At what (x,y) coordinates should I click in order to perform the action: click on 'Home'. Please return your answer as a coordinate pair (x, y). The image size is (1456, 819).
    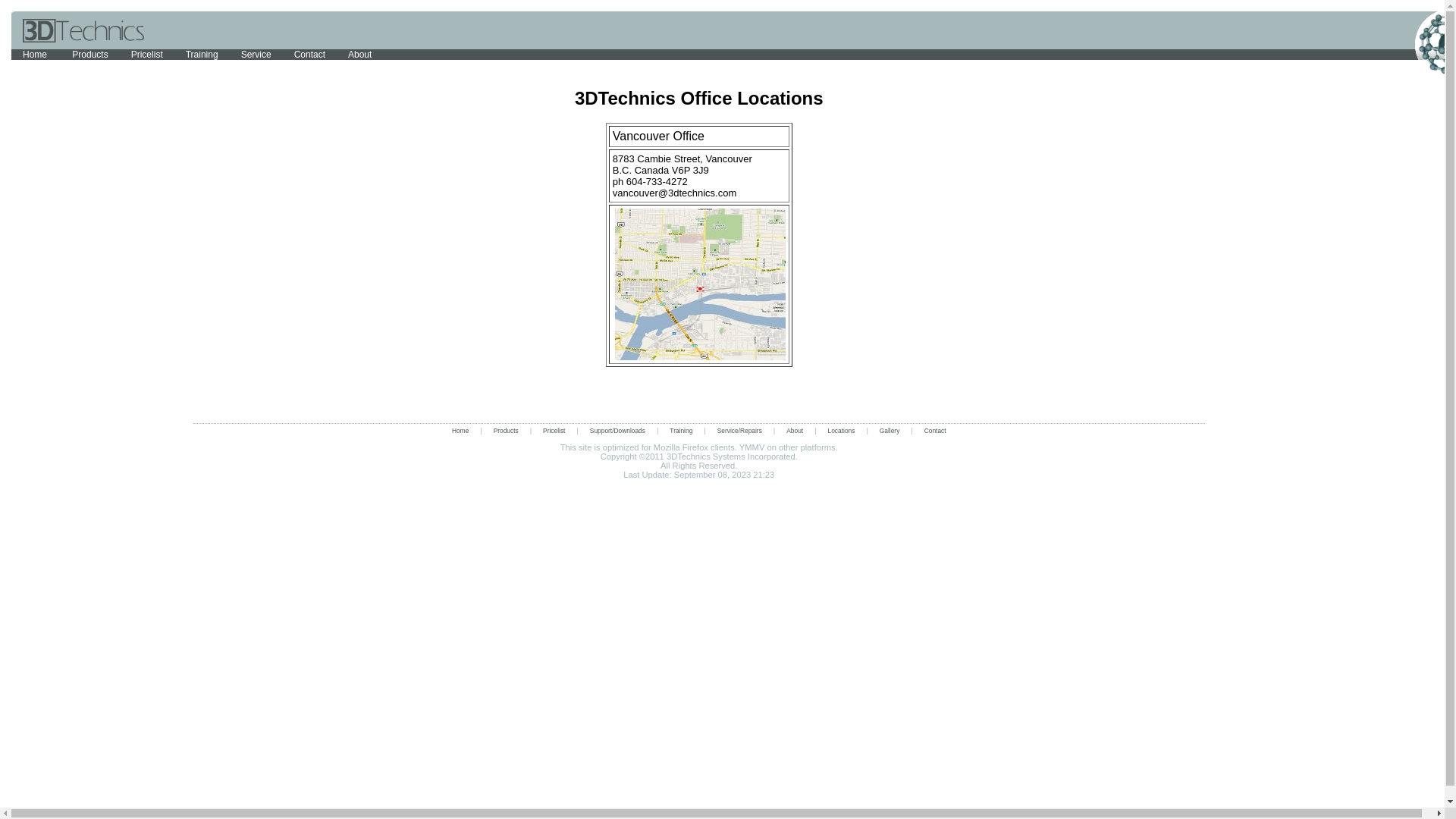
    Looking at the image, I should click on (459, 430).